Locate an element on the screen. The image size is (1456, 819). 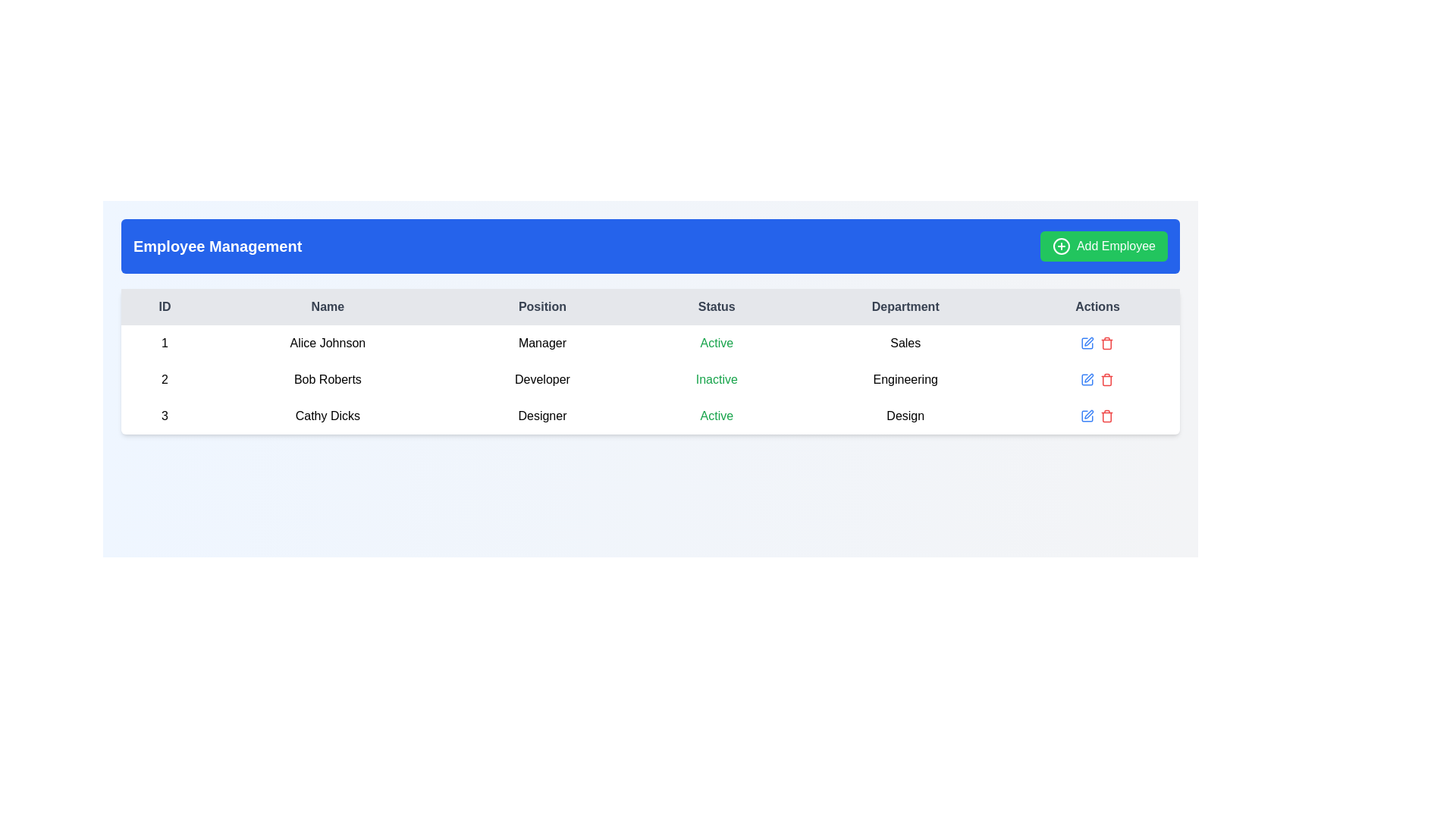
the Icon Button in the last column of the third row of the table under 'Actions' is located at coordinates (1107, 416).